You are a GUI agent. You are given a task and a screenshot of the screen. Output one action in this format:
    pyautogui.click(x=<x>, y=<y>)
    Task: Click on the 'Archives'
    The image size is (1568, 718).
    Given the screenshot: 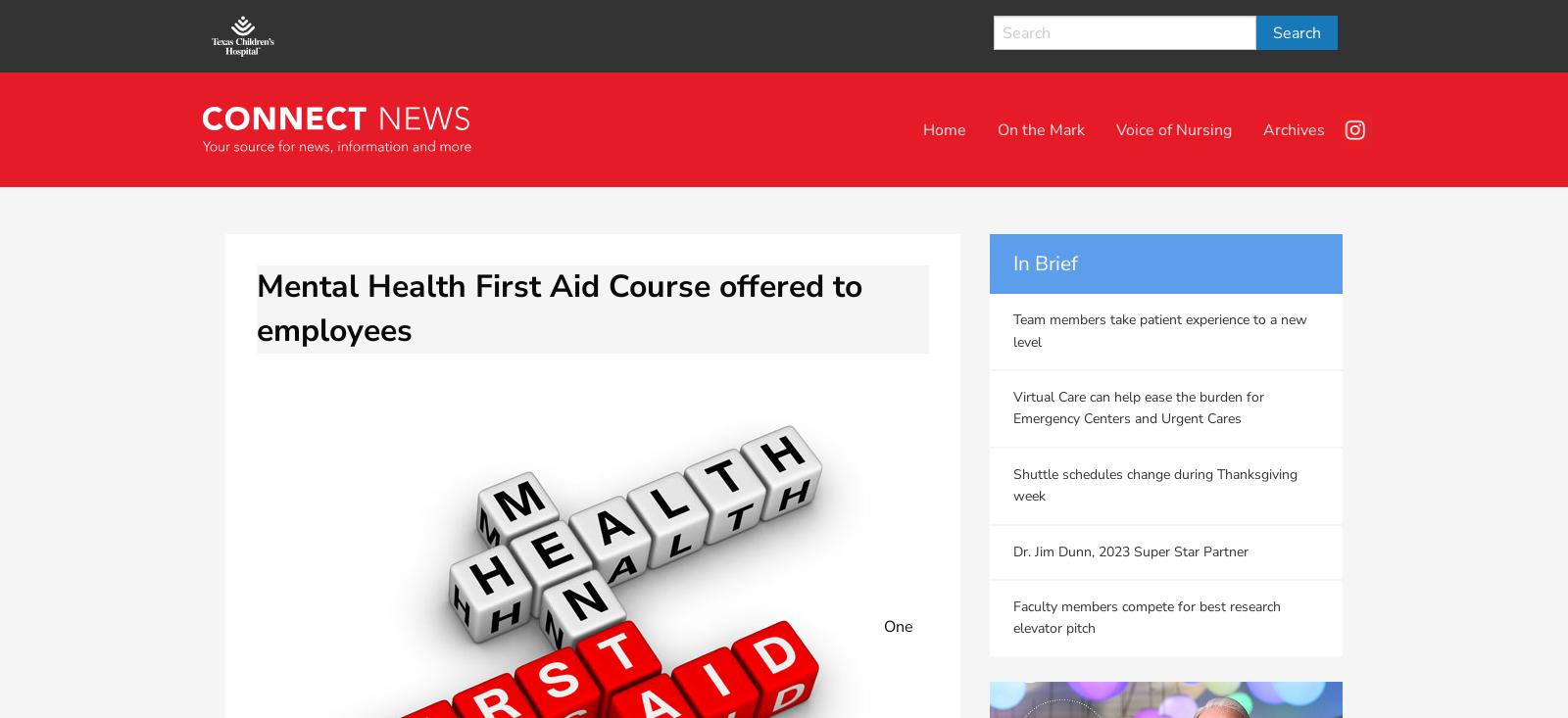 What is the action you would take?
    pyautogui.click(x=1293, y=129)
    